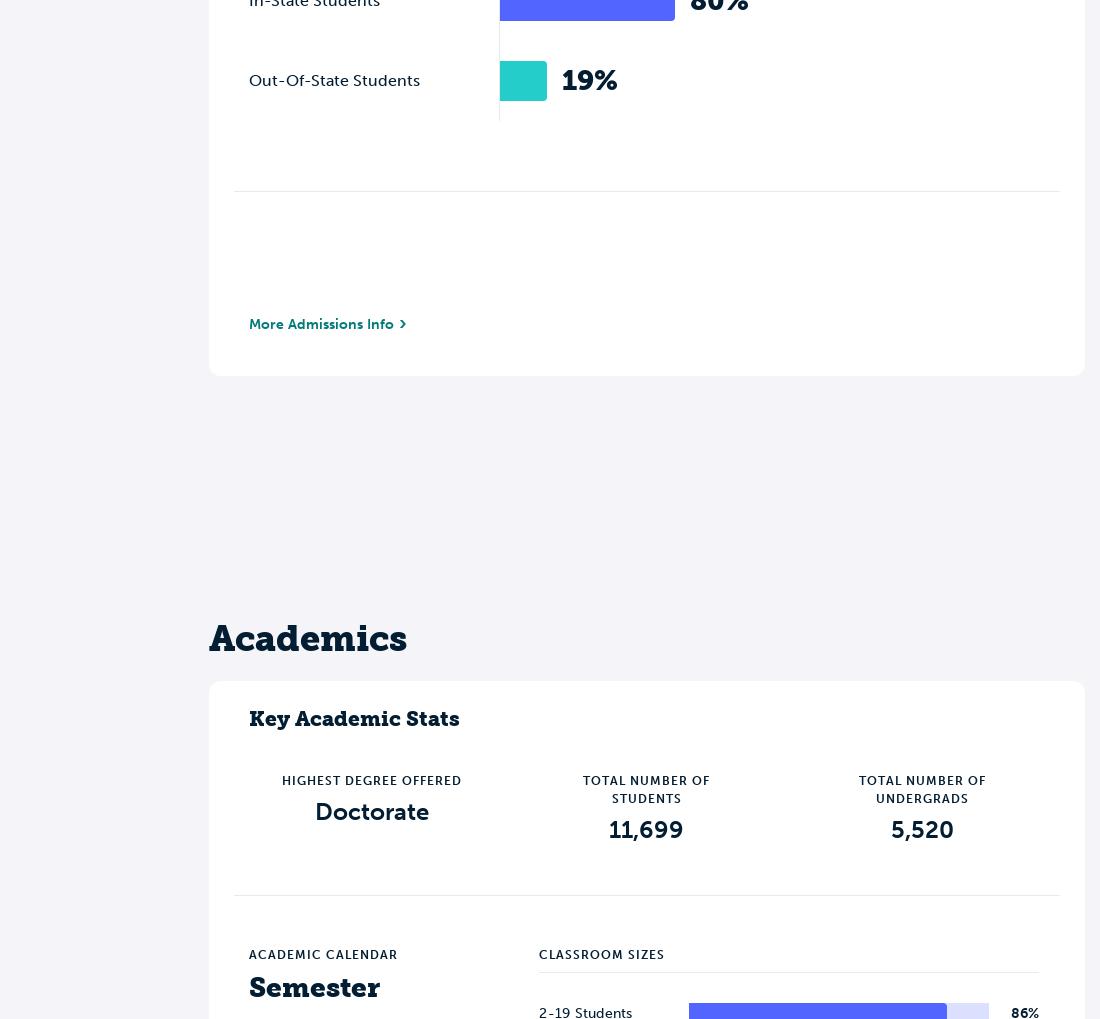 The height and width of the screenshot is (1019, 1100). Describe the element at coordinates (601, 954) in the screenshot. I see `'Classroom Sizes'` at that location.